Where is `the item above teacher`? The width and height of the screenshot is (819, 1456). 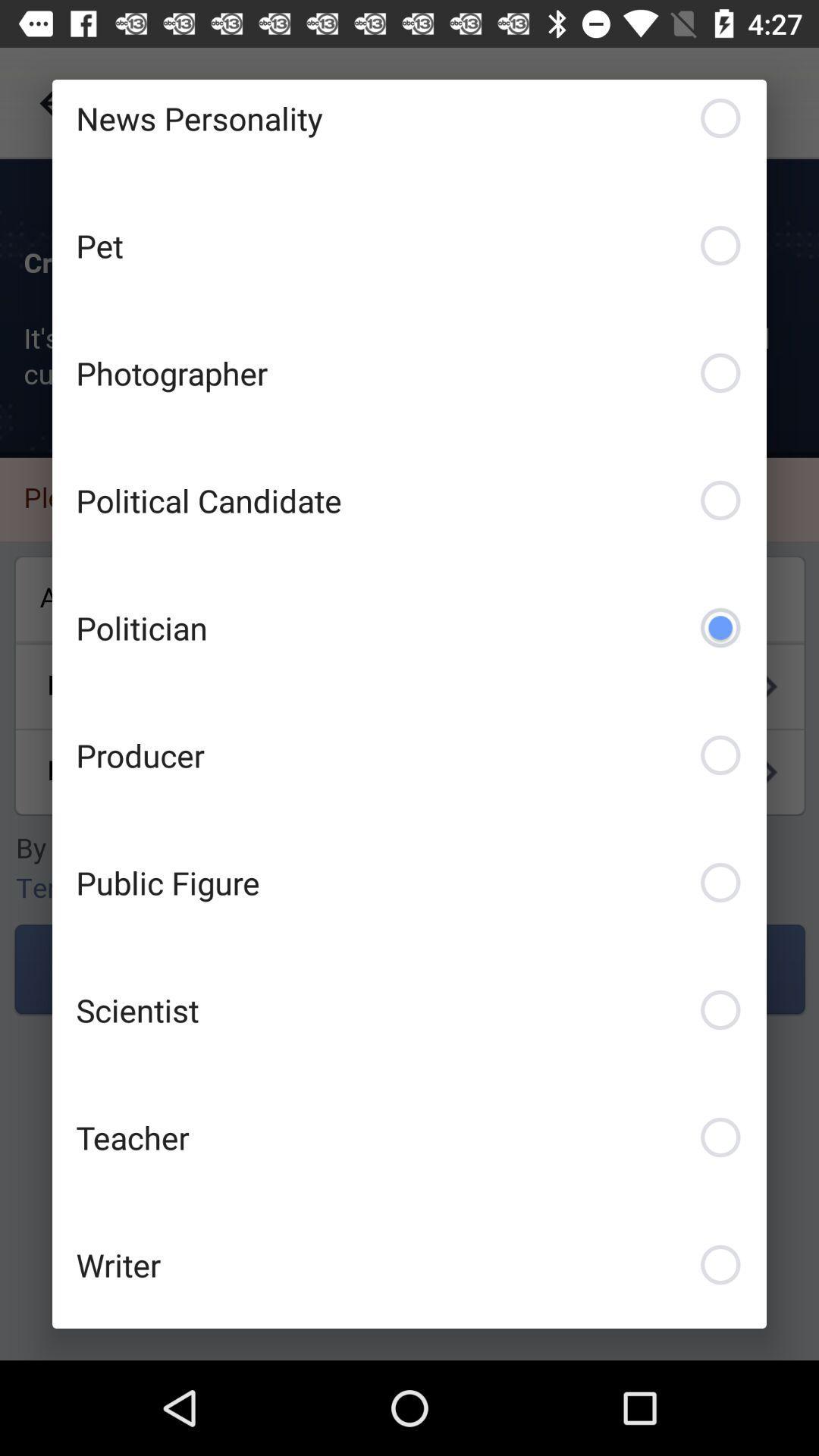
the item above teacher is located at coordinates (409, 1009).